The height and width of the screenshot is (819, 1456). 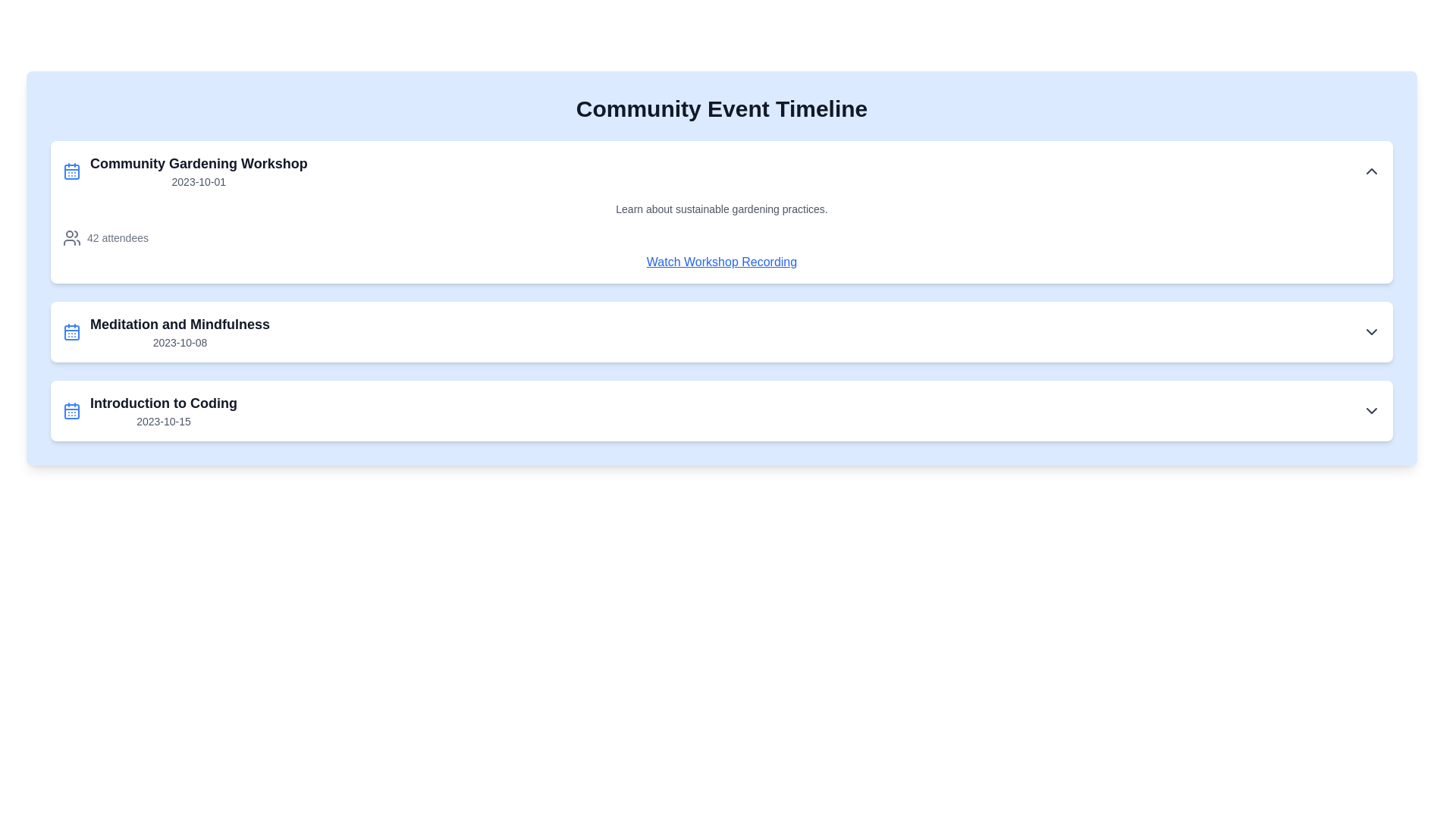 I want to click on the blue calendar icon with a grid-like design located to the left of the 'Meditation and Mindfulness' text in the second event section, so click(x=71, y=331).